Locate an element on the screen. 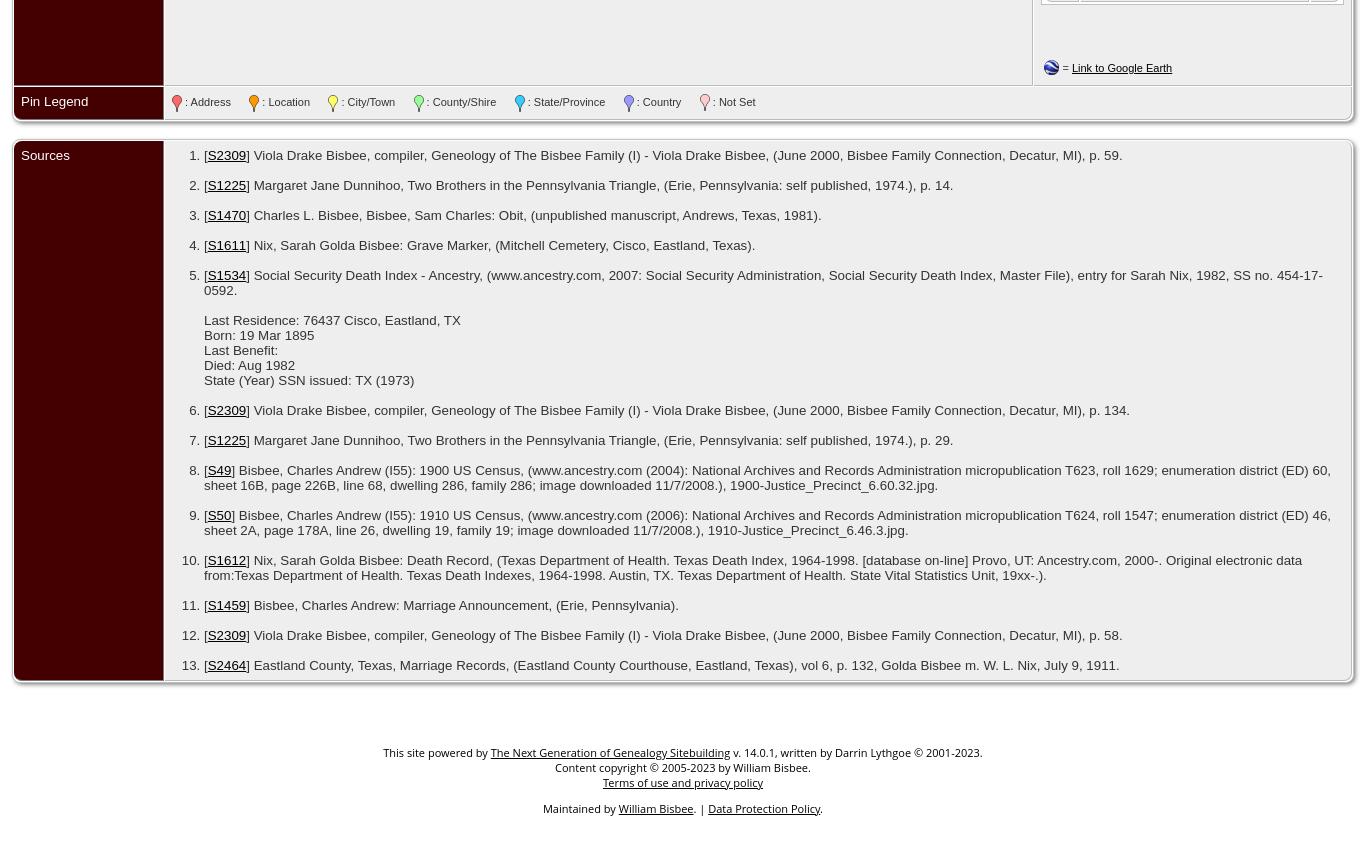  ']  Bisbee, Charles Andrew (I55): 1910 US Census, (www.ancestry.com (2006): National Archives and Records Administration micropublication T624, roll 1547; enumeration district (ED) 46, sheet 2A, page 178A, line 26, dwelling 19, family 19; image downloaded 11/7/2008.), 1910-Justice_Precinct_6.46.3.jpg.' is located at coordinates (767, 521).